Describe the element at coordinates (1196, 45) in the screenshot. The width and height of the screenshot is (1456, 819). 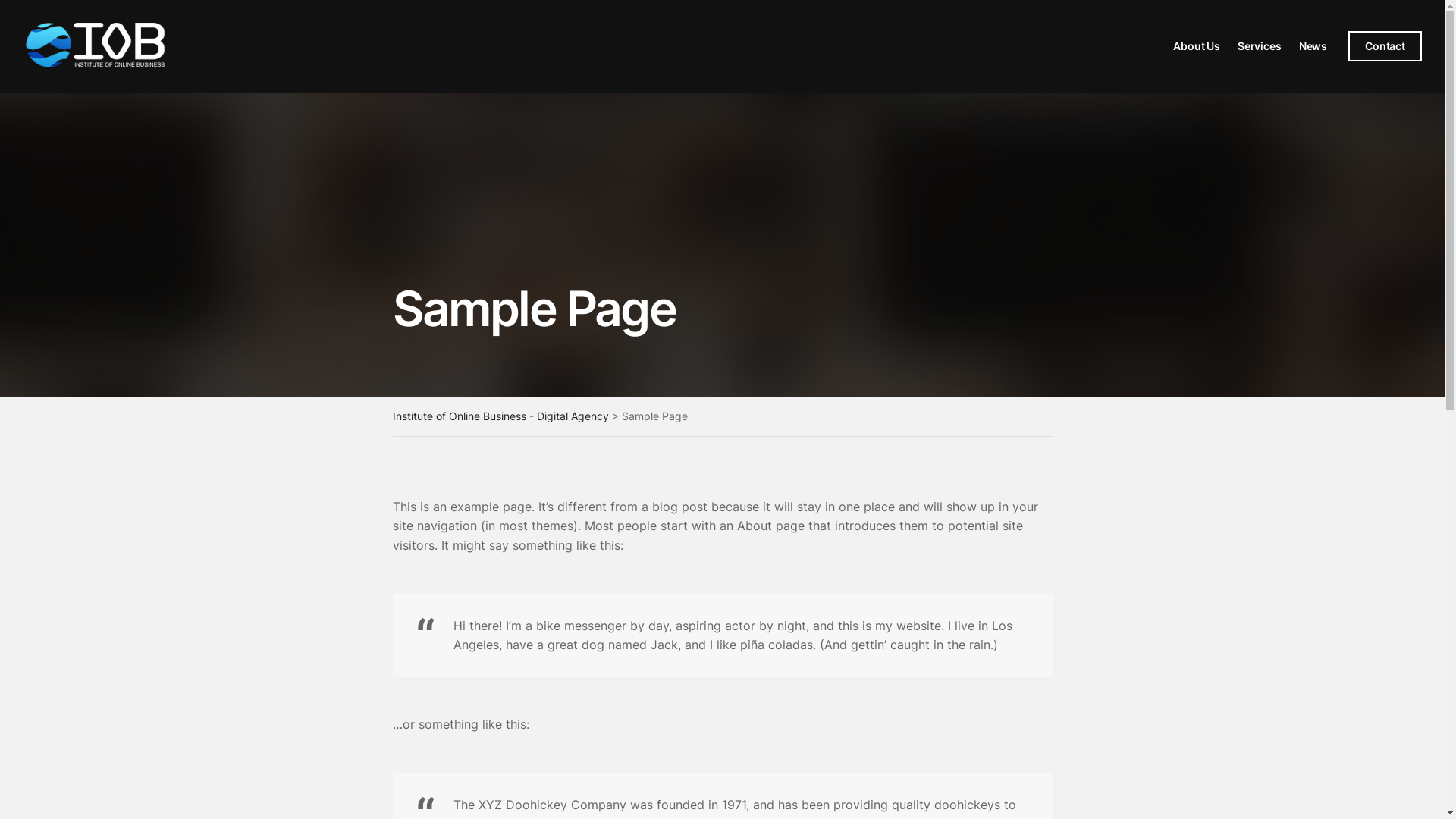
I see `'About Us'` at that location.